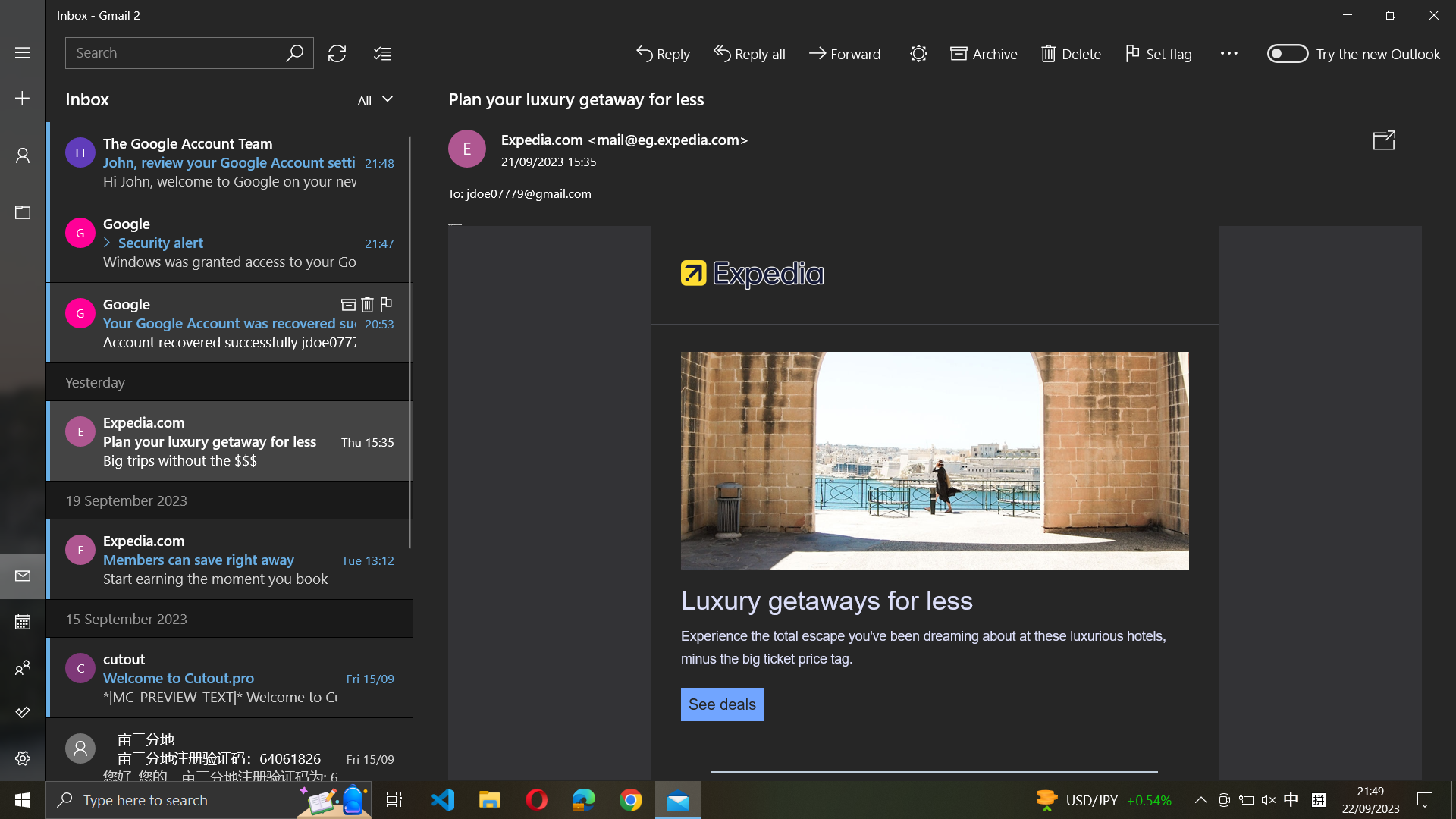 The height and width of the screenshot is (819, 1456). I want to click on the first email in inbox, so click(229, 161).